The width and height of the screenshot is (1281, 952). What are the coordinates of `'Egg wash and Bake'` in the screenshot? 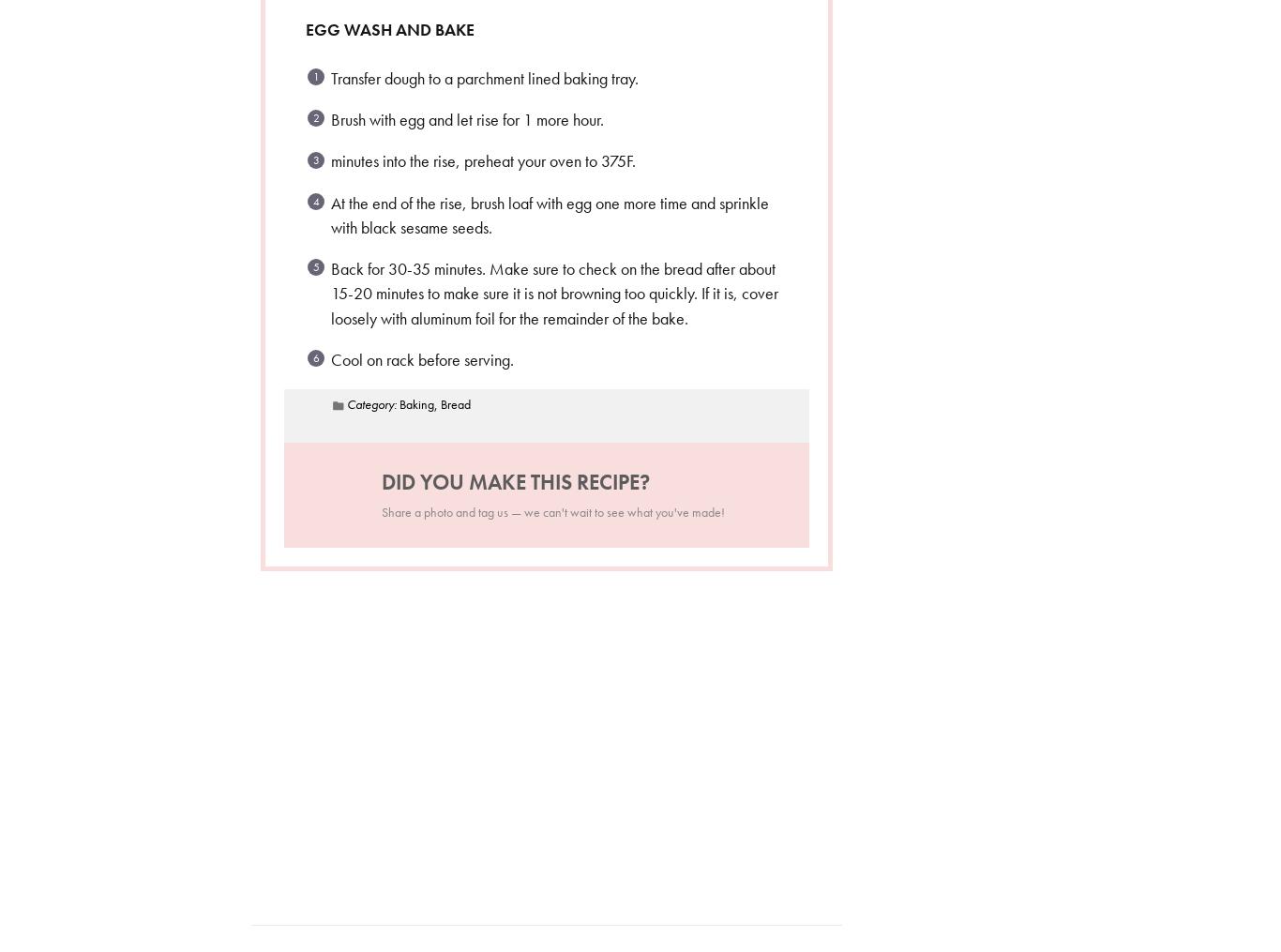 It's located at (387, 27).